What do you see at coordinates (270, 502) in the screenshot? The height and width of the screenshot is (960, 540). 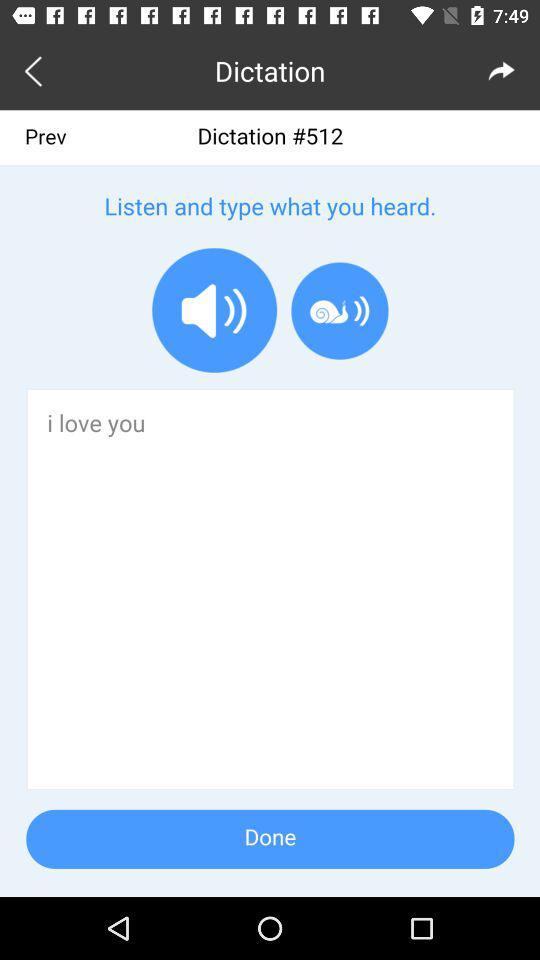 I see `done` at bounding box center [270, 502].